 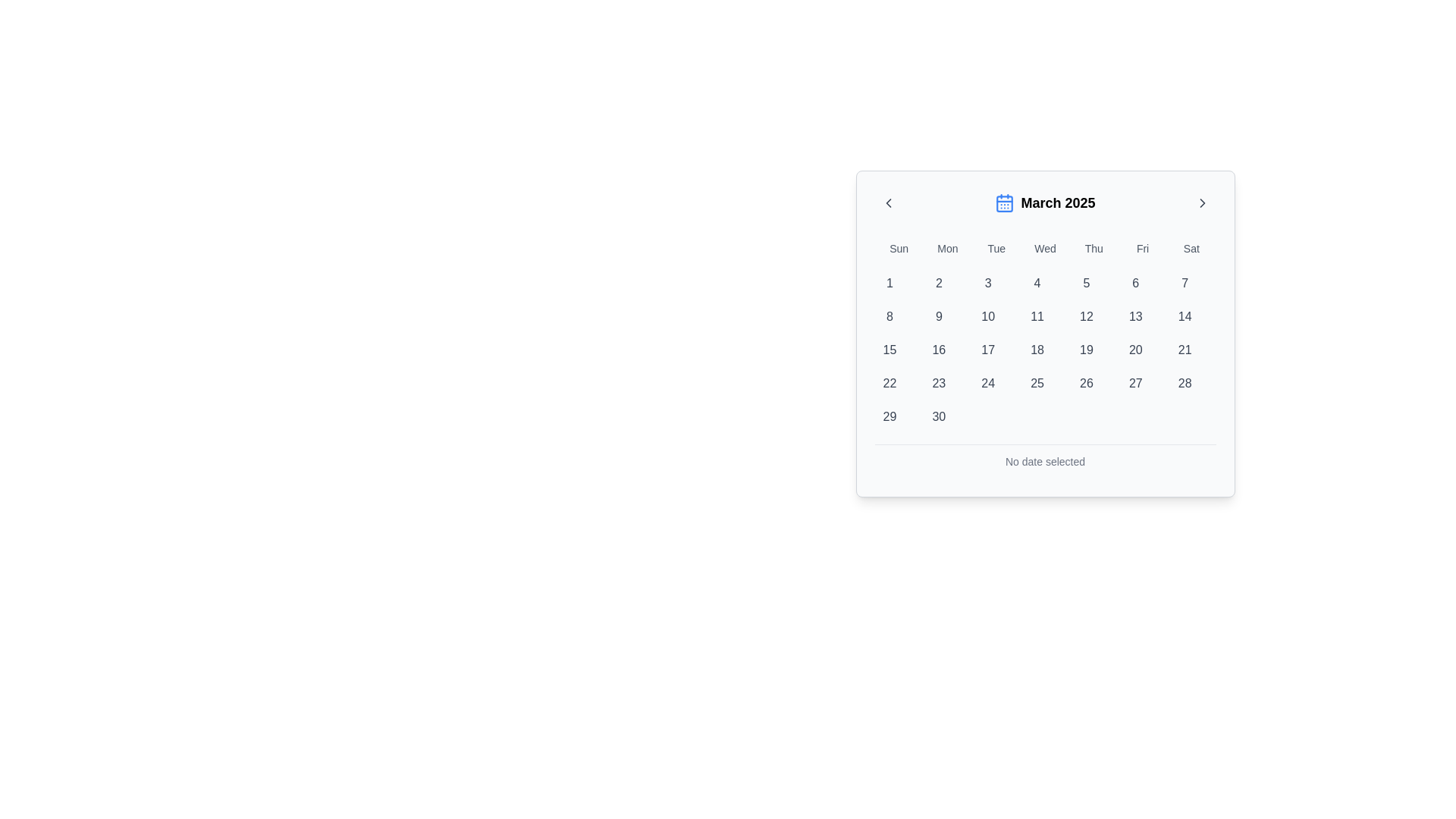 What do you see at coordinates (1135, 315) in the screenshot?
I see `the circular button labeled '13' located in the second row and sixth column of the grid` at bounding box center [1135, 315].